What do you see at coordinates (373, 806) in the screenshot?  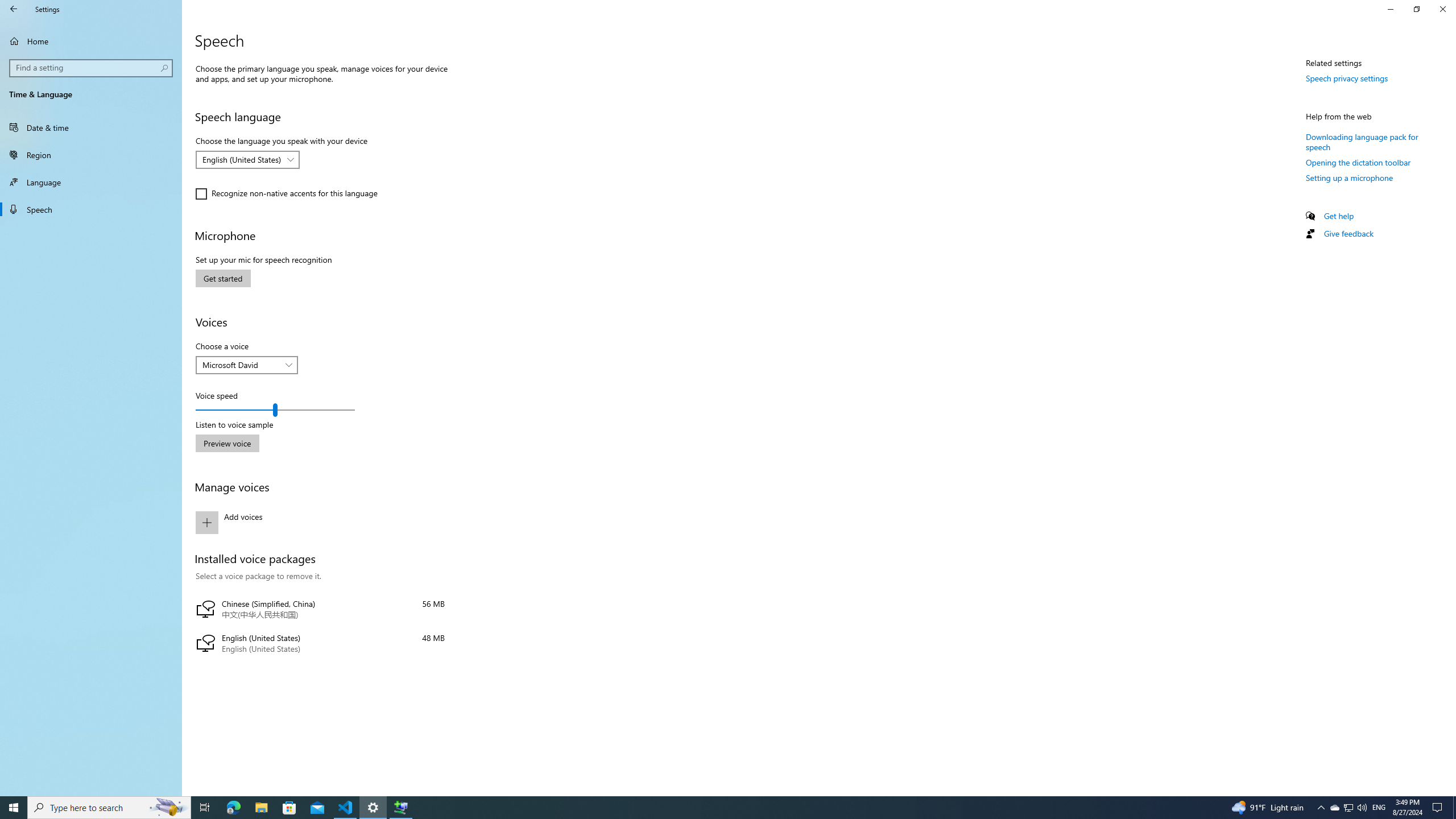 I see `'Settings - 1 running window'` at bounding box center [373, 806].